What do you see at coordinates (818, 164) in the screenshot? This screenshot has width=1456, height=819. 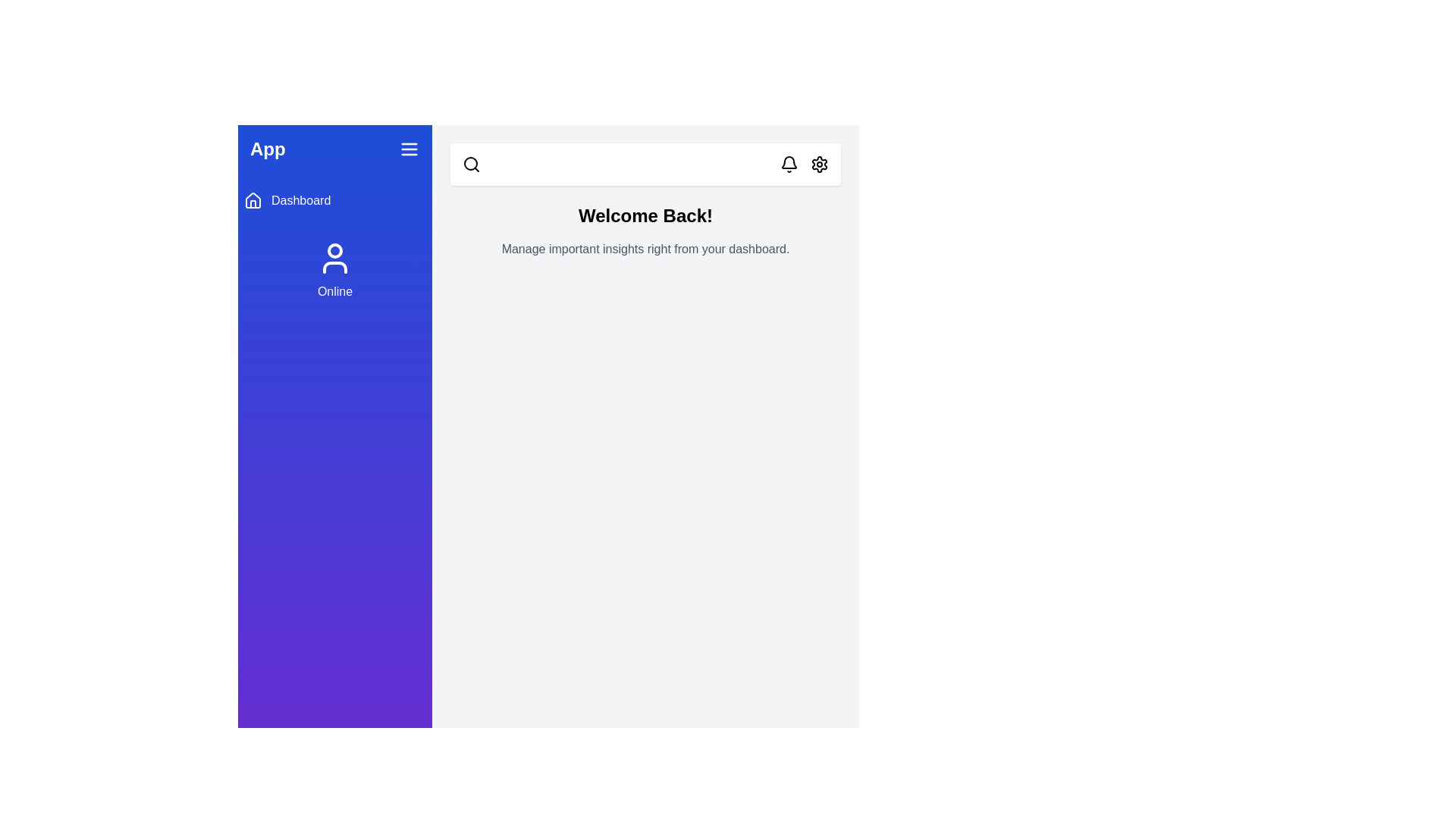 I see `the settings icon to open the settings menu` at bounding box center [818, 164].